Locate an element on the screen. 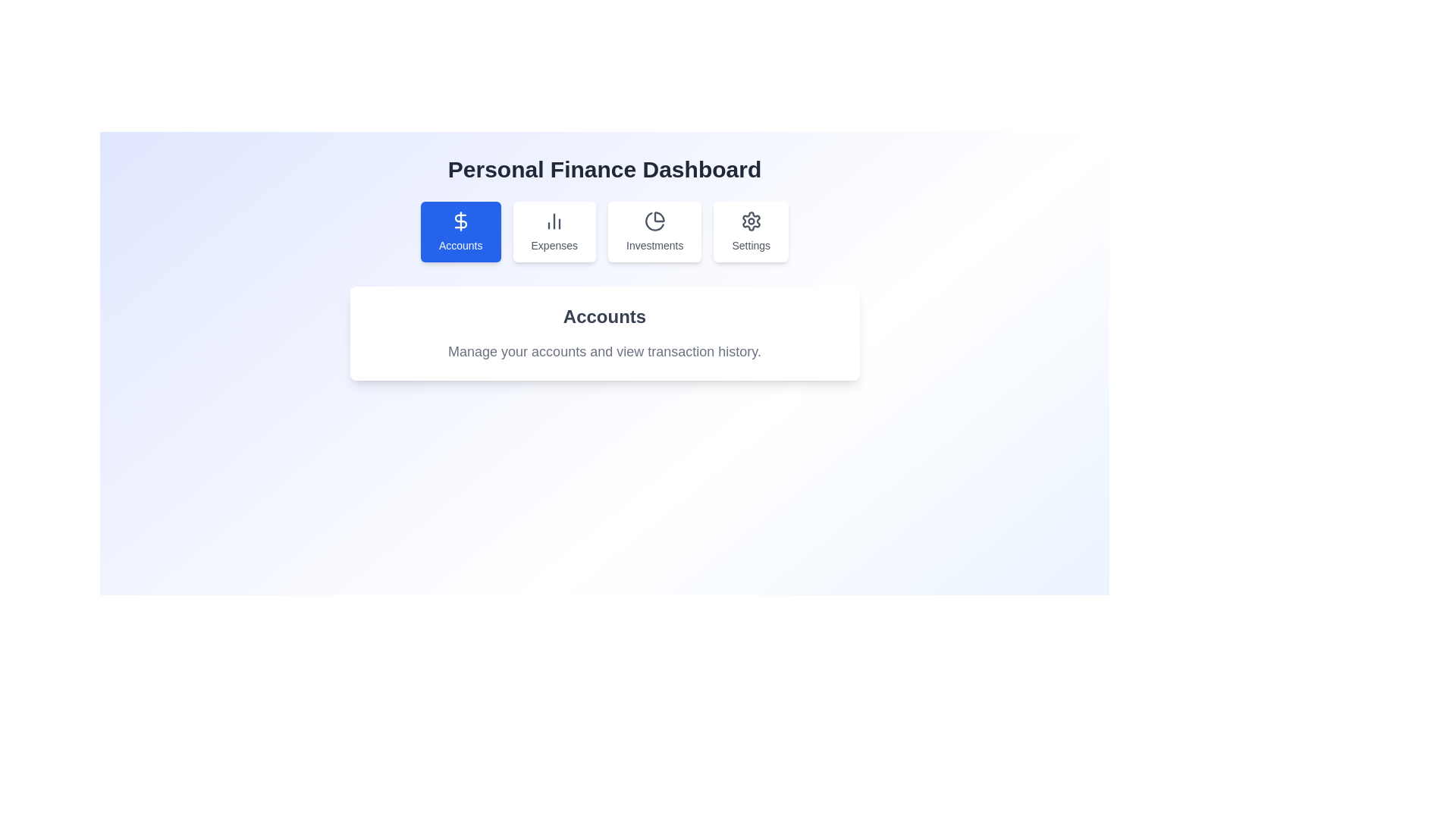 The width and height of the screenshot is (1456, 819). the Navigation Bar located directly below the 'Personal Finance Dashboard' title to interact with any of its segments, such as 'Accounts', 'Expenses', 'Investments', or 'Settings' is located at coordinates (604, 231).